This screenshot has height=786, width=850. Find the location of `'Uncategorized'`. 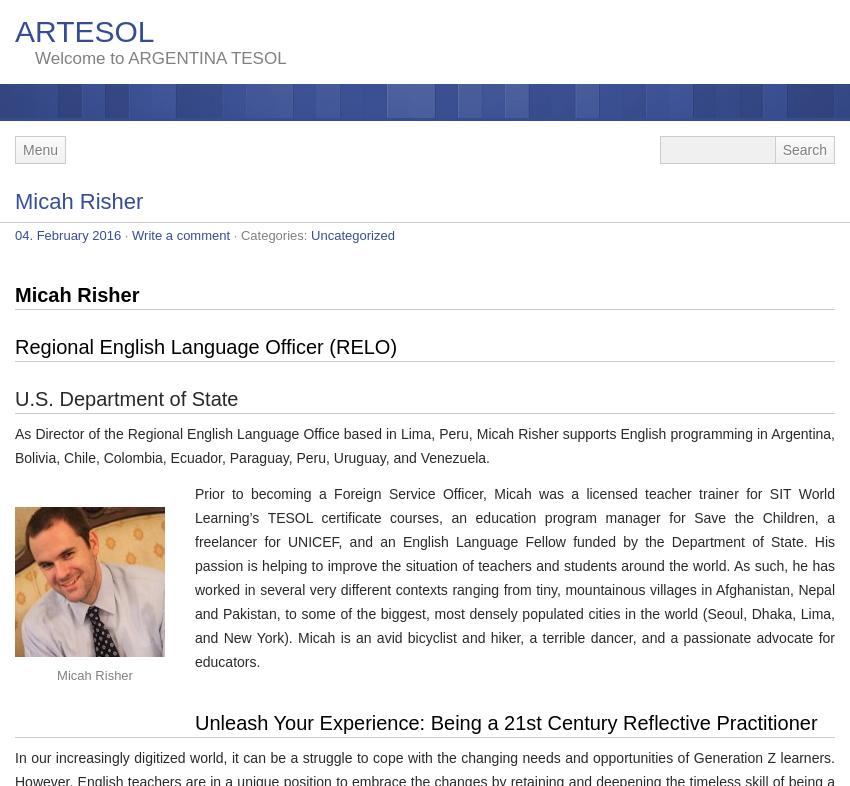

'Uncategorized' is located at coordinates (311, 235).